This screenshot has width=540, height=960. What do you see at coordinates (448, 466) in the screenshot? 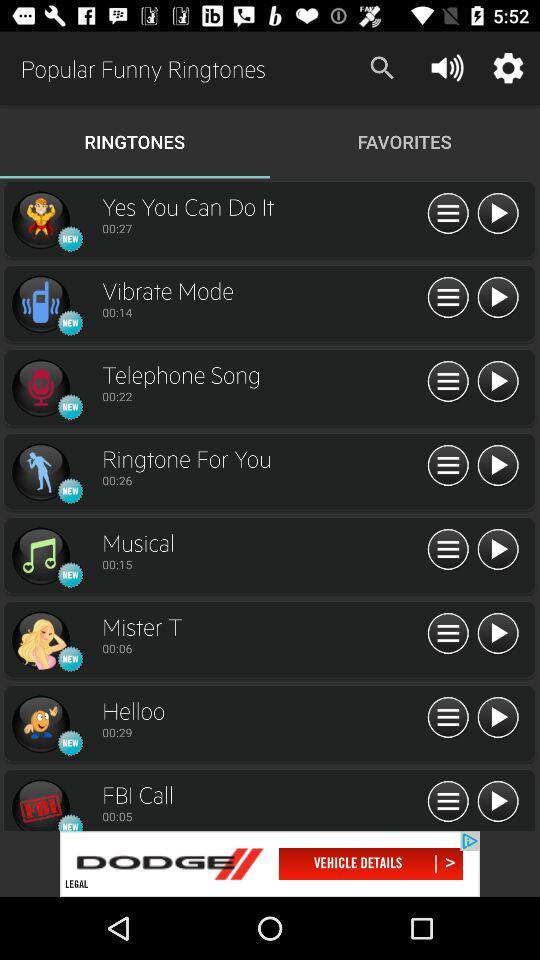
I see `menu icon` at bounding box center [448, 466].